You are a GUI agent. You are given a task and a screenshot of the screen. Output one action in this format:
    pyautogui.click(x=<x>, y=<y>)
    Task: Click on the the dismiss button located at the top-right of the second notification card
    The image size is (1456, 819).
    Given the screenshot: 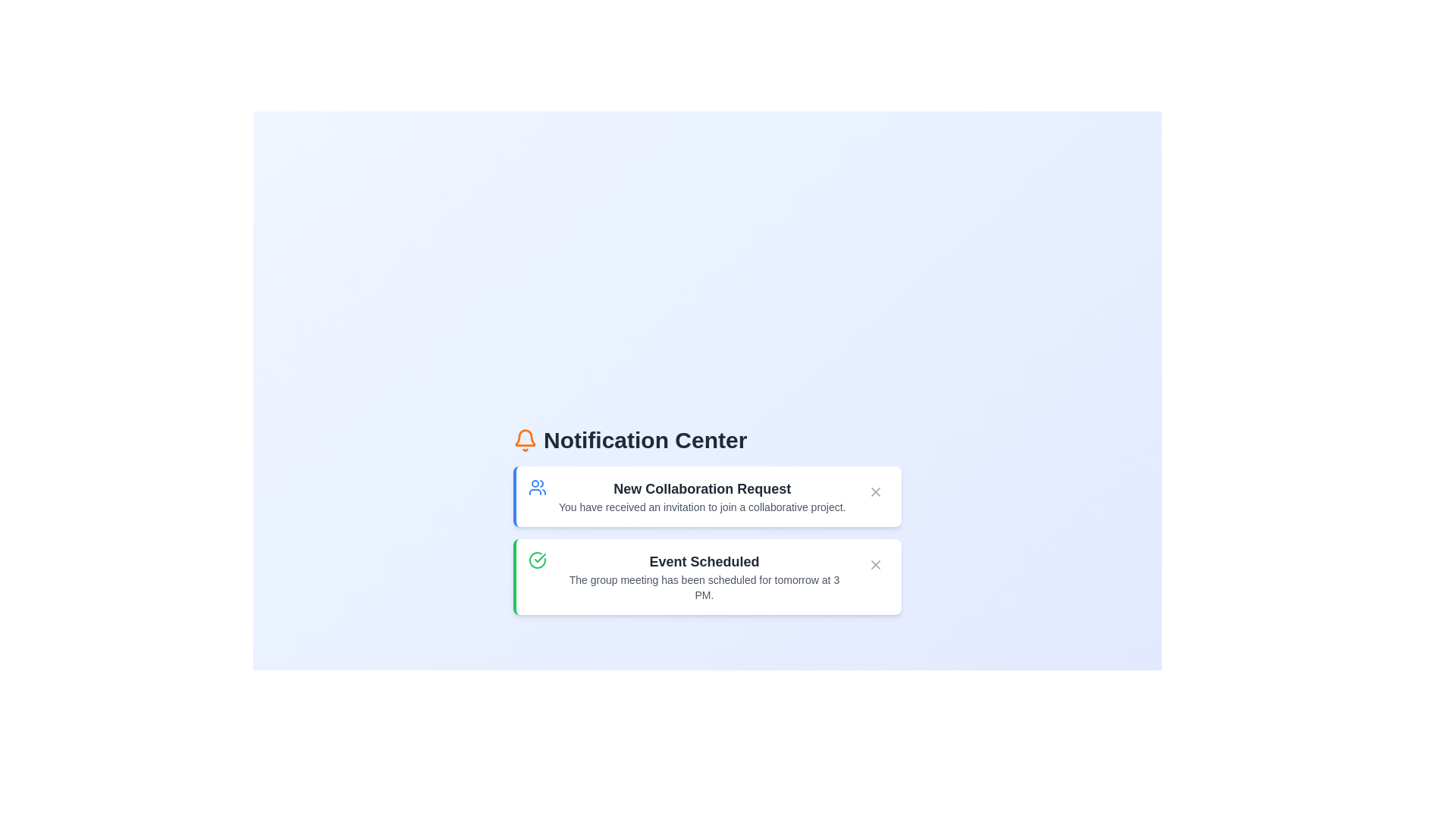 What is the action you would take?
    pyautogui.click(x=876, y=564)
    